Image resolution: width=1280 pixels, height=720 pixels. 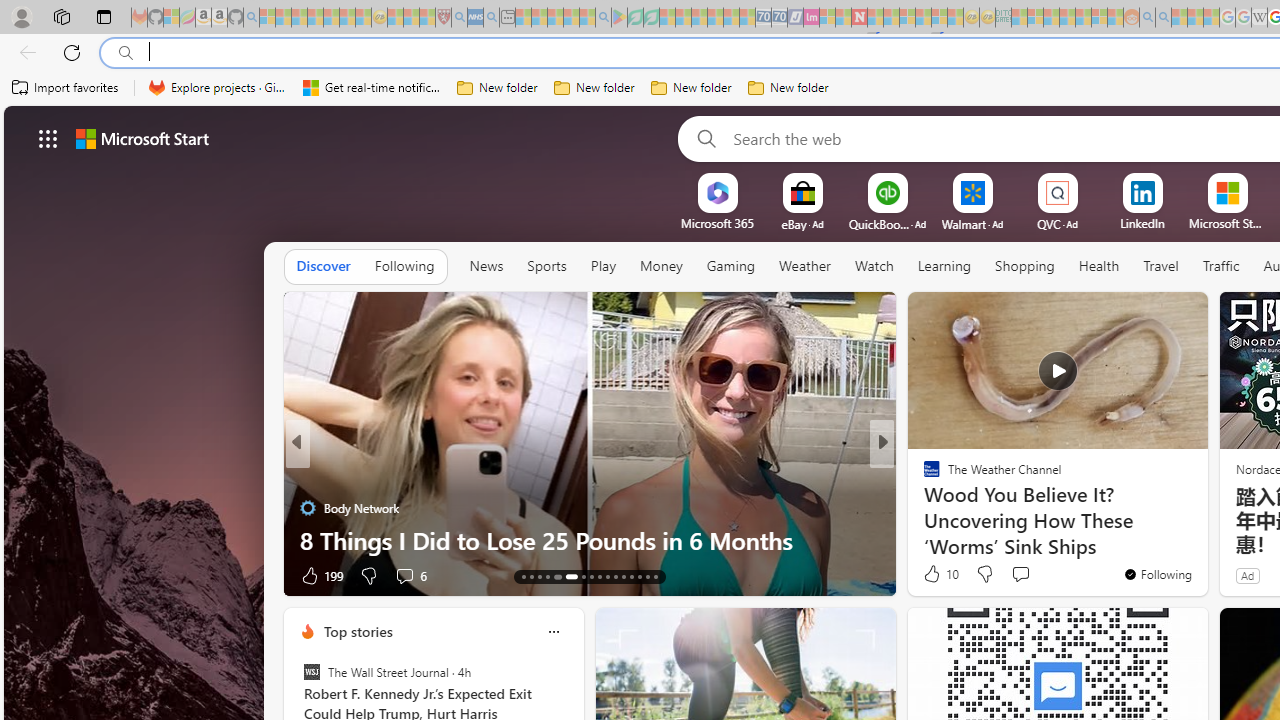 What do you see at coordinates (48, 137) in the screenshot?
I see `'App launcher'` at bounding box center [48, 137].